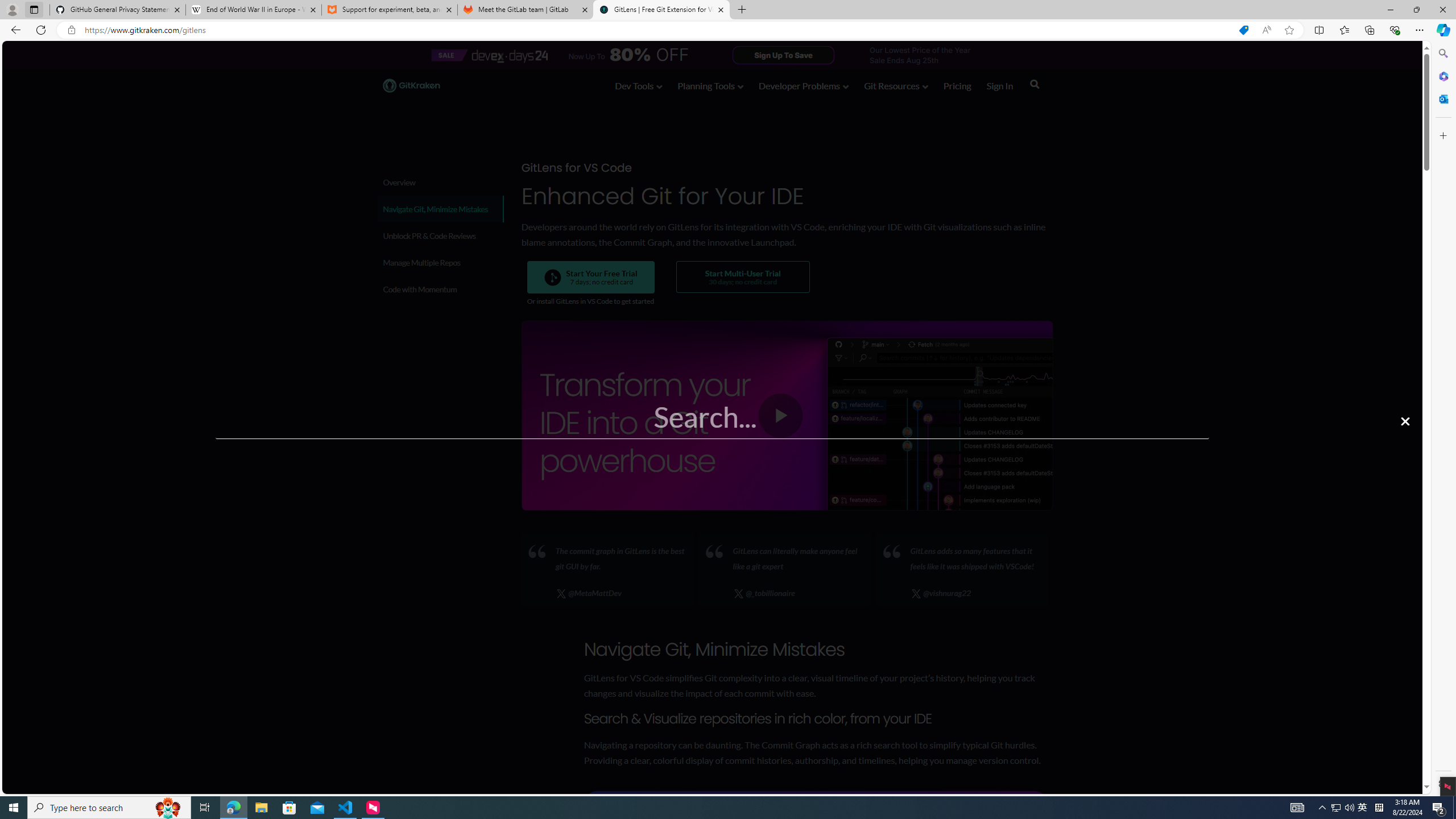 This screenshot has height=819, width=1456. What do you see at coordinates (957, 85) in the screenshot?
I see `'Pricing'` at bounding box center [957, 85].